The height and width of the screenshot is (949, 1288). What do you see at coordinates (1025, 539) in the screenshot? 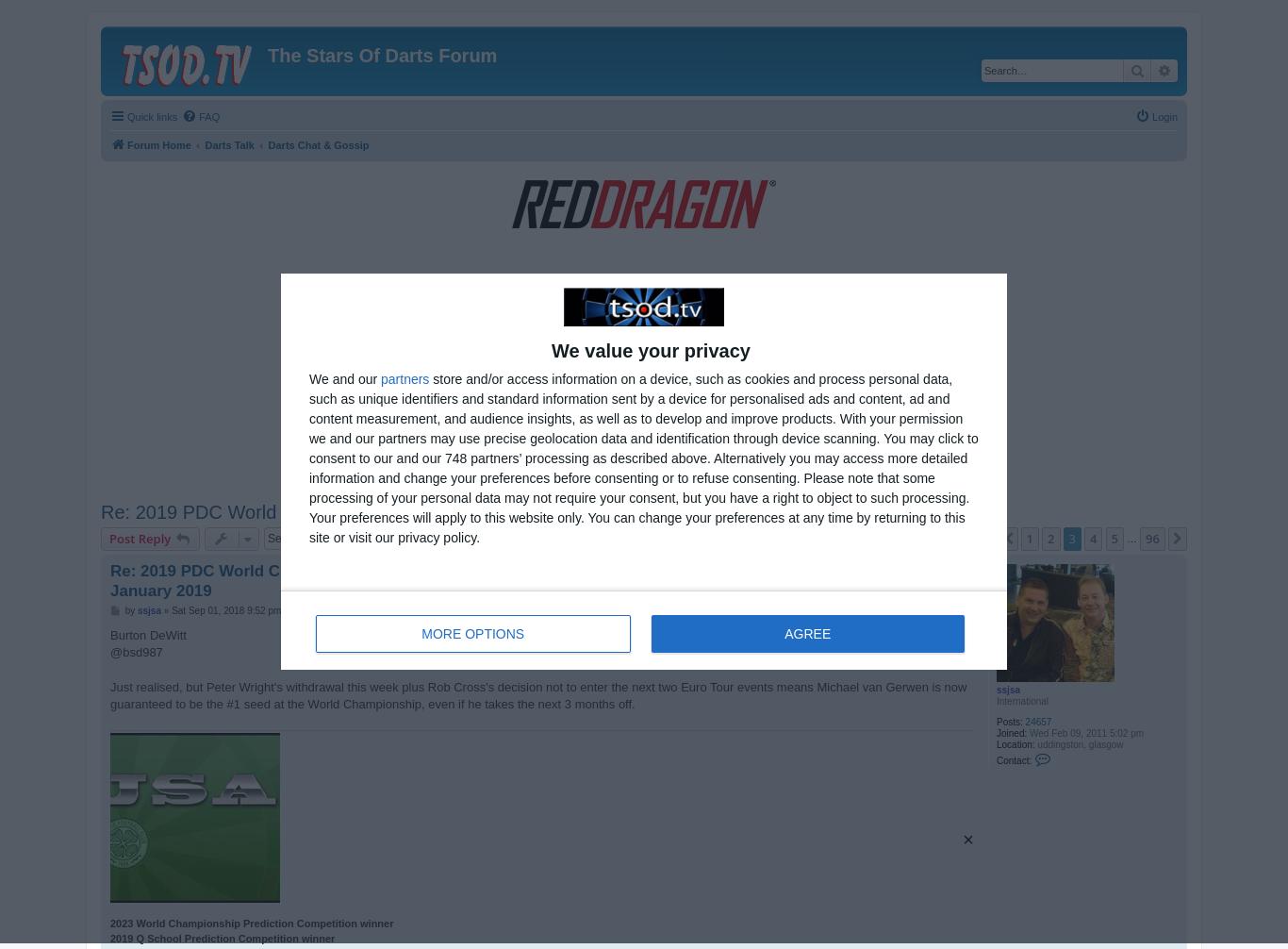
I see `'1'` at bounding box center [1025, 539].